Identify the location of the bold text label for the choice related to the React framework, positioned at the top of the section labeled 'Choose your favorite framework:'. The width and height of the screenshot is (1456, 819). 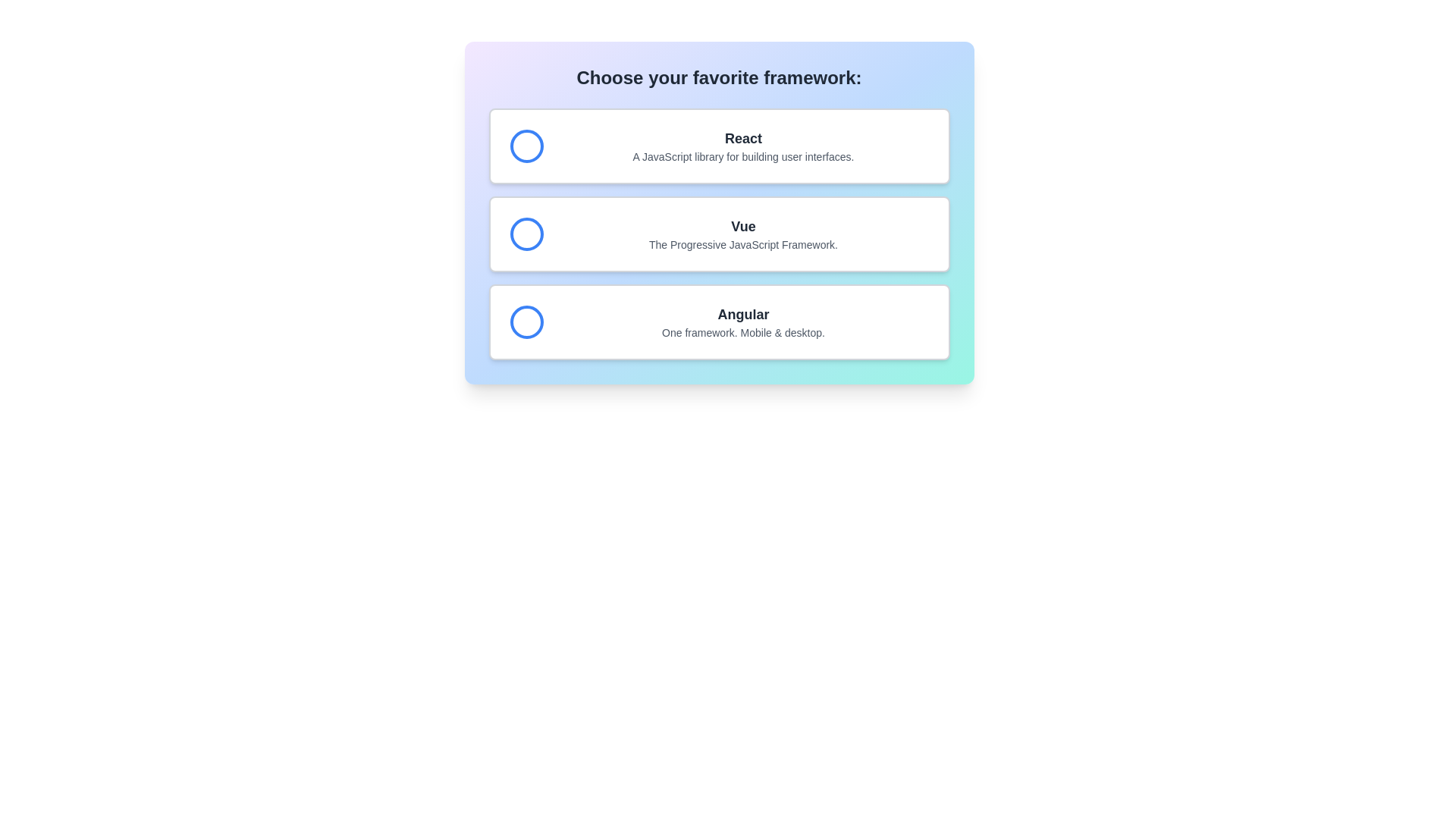
(743, 138).